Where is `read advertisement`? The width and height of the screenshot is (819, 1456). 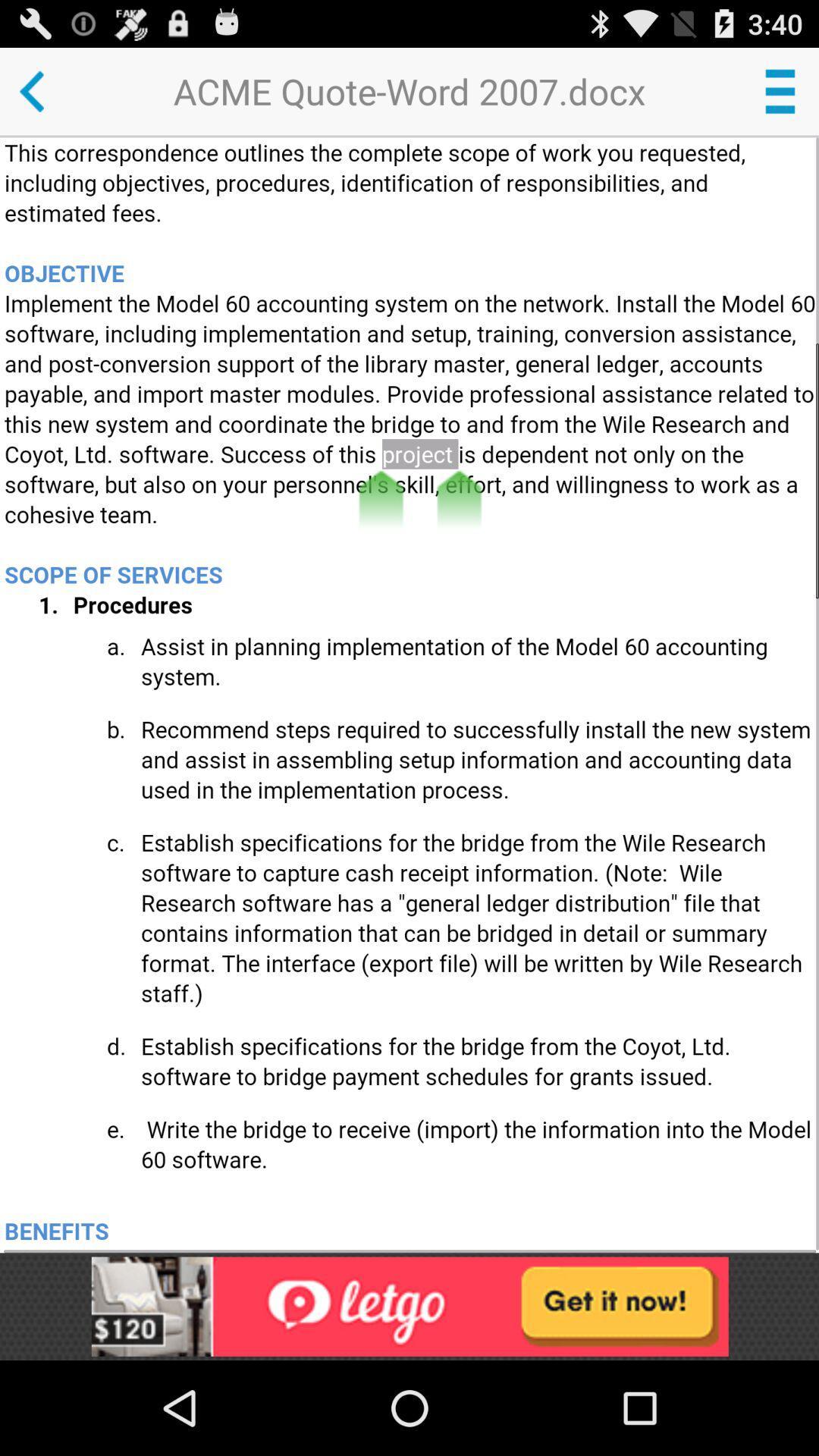
read advertisement is located at coordinates (409, 1306).